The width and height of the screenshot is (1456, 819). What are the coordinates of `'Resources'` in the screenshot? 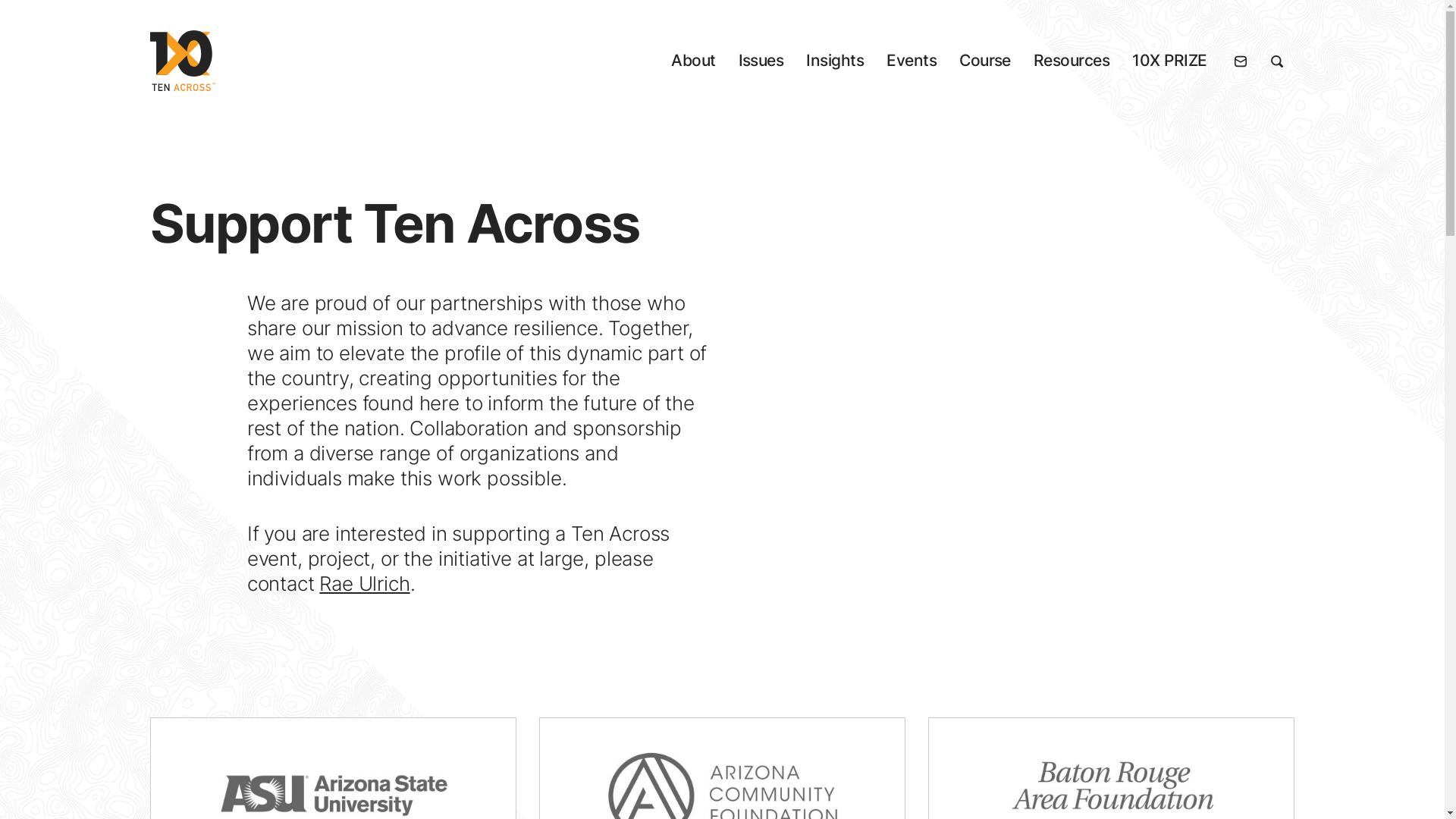 It's located at (1033, 60).